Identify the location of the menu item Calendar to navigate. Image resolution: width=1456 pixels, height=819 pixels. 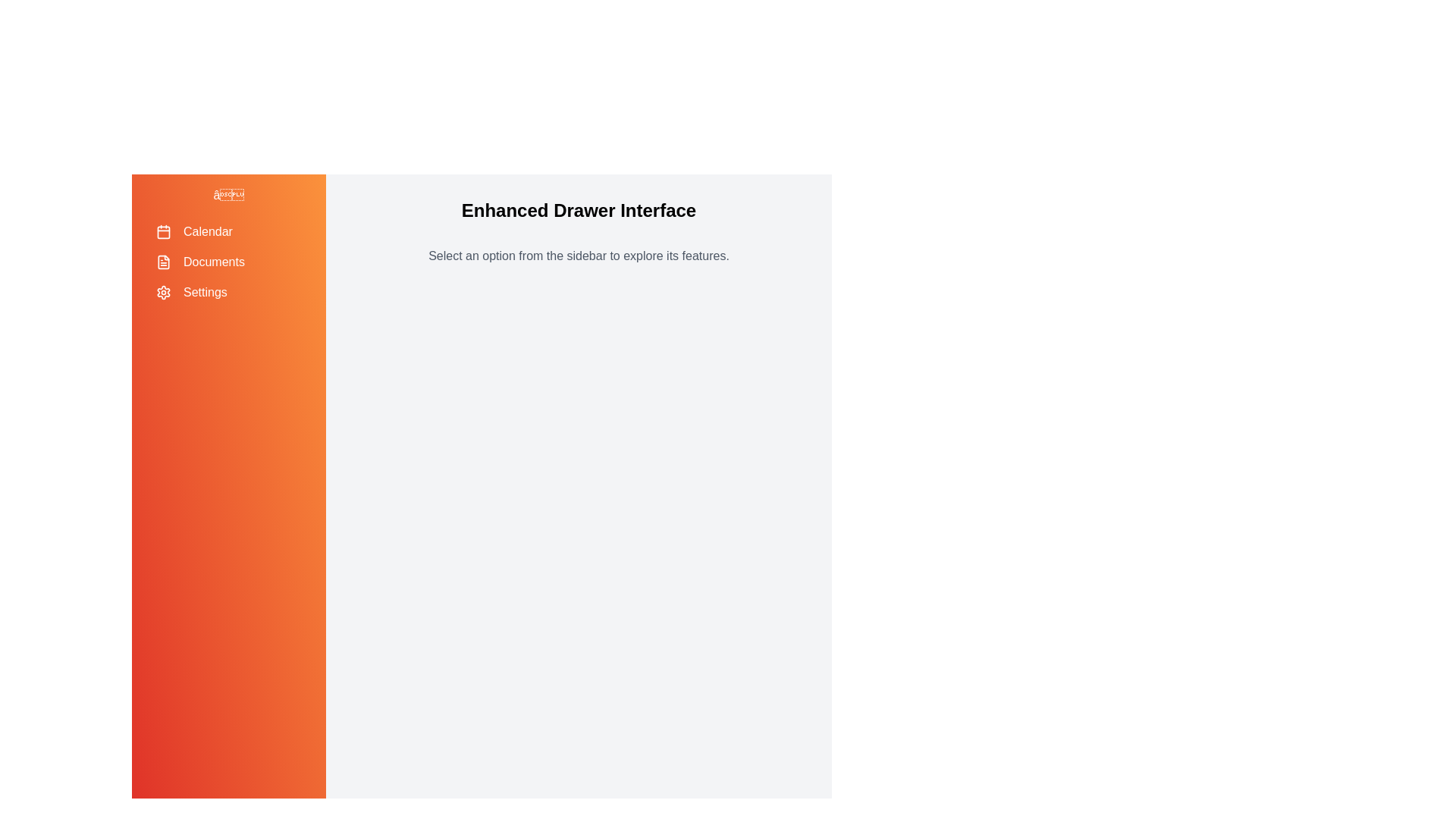
(228, 231).